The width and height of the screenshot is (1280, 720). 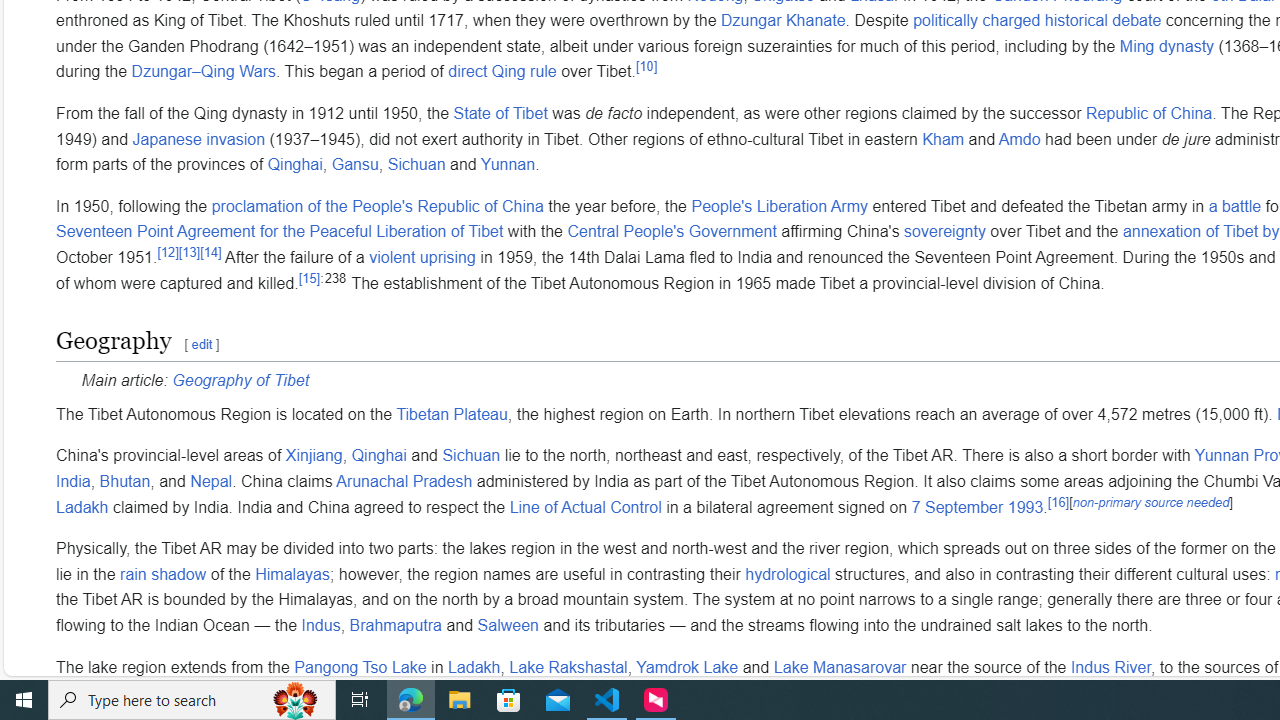 What do you see at coordinates (199, 138) in the screenshot?
I see `'Japanese invasion'` at bounding box center [199, 138].